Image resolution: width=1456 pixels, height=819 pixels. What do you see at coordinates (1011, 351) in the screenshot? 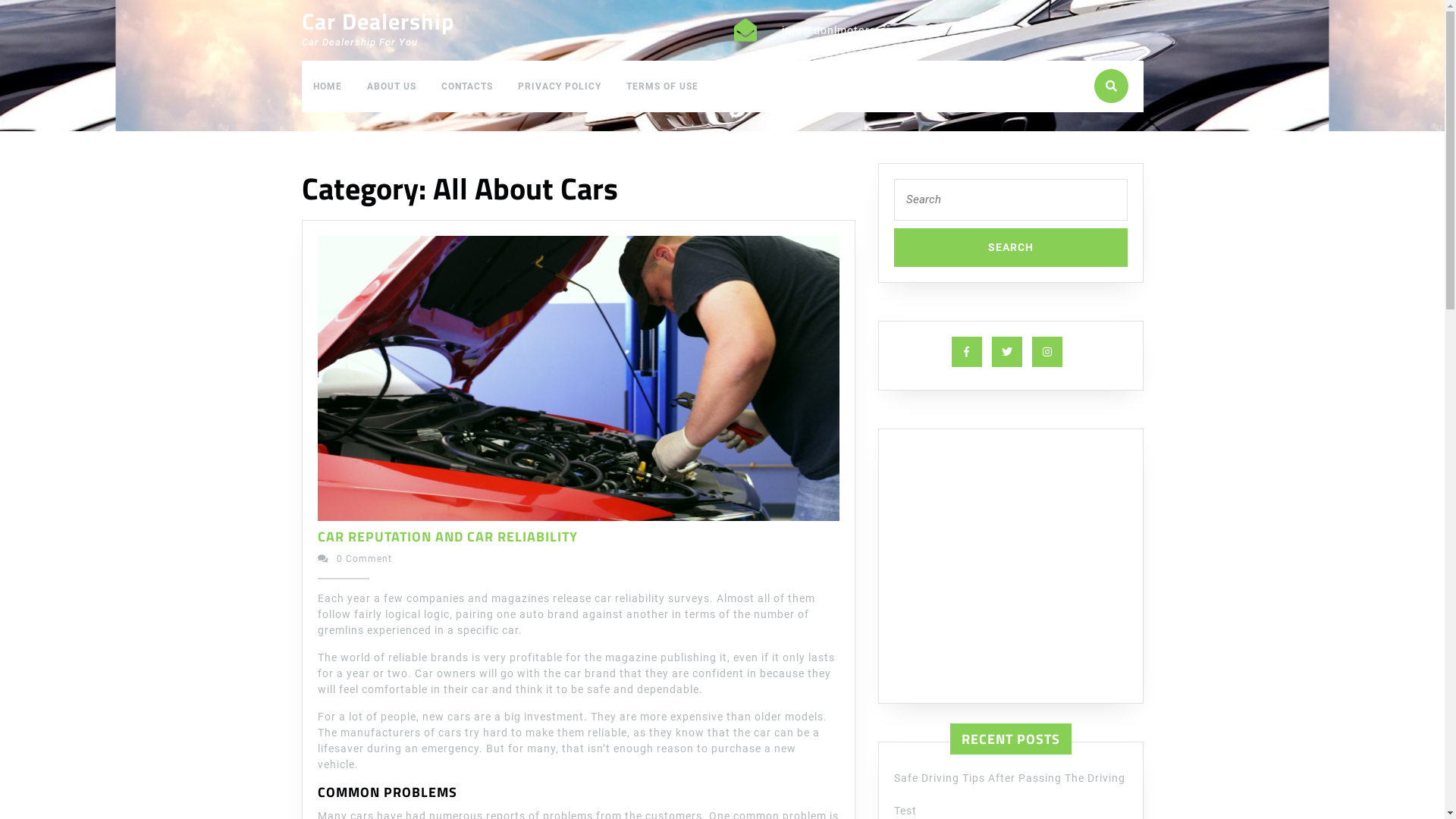
I see `'Twitter'` at bounding box center [1011, 351].